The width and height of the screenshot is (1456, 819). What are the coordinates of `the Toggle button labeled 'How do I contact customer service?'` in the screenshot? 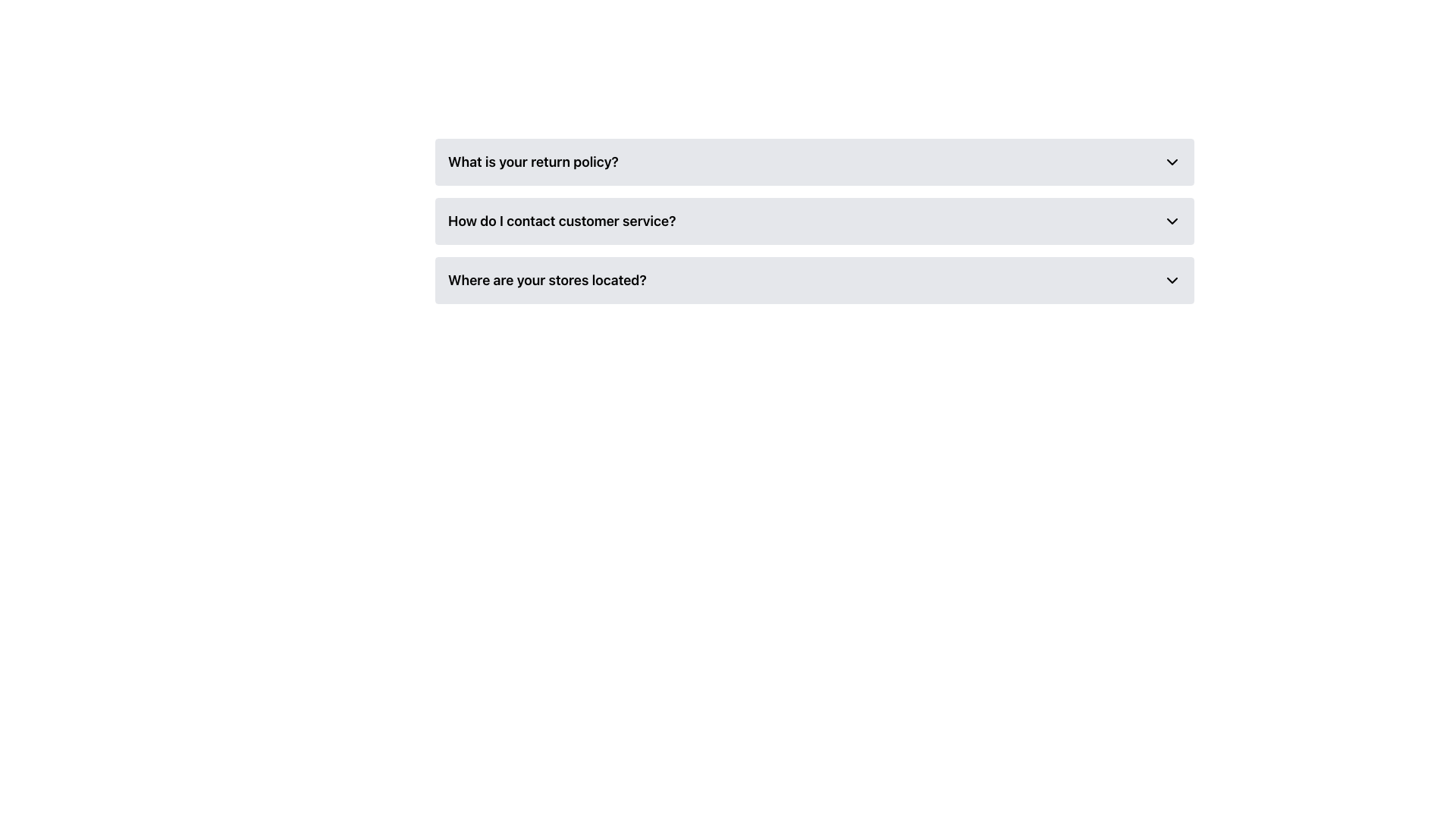 It's located at (814, 221).